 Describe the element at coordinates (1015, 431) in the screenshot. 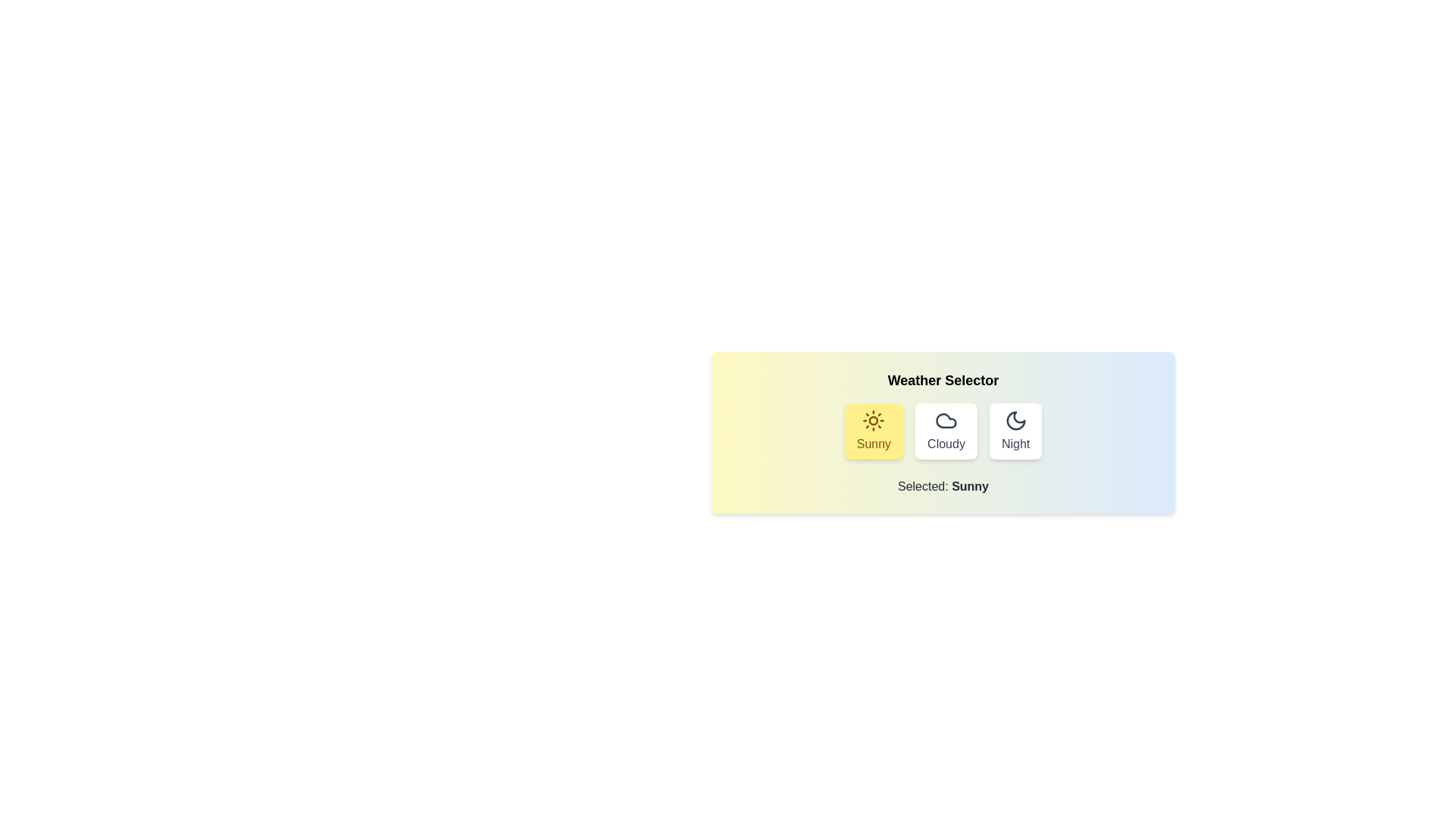

I see `the weather option Night by clicking on its corresponding button` at that location.